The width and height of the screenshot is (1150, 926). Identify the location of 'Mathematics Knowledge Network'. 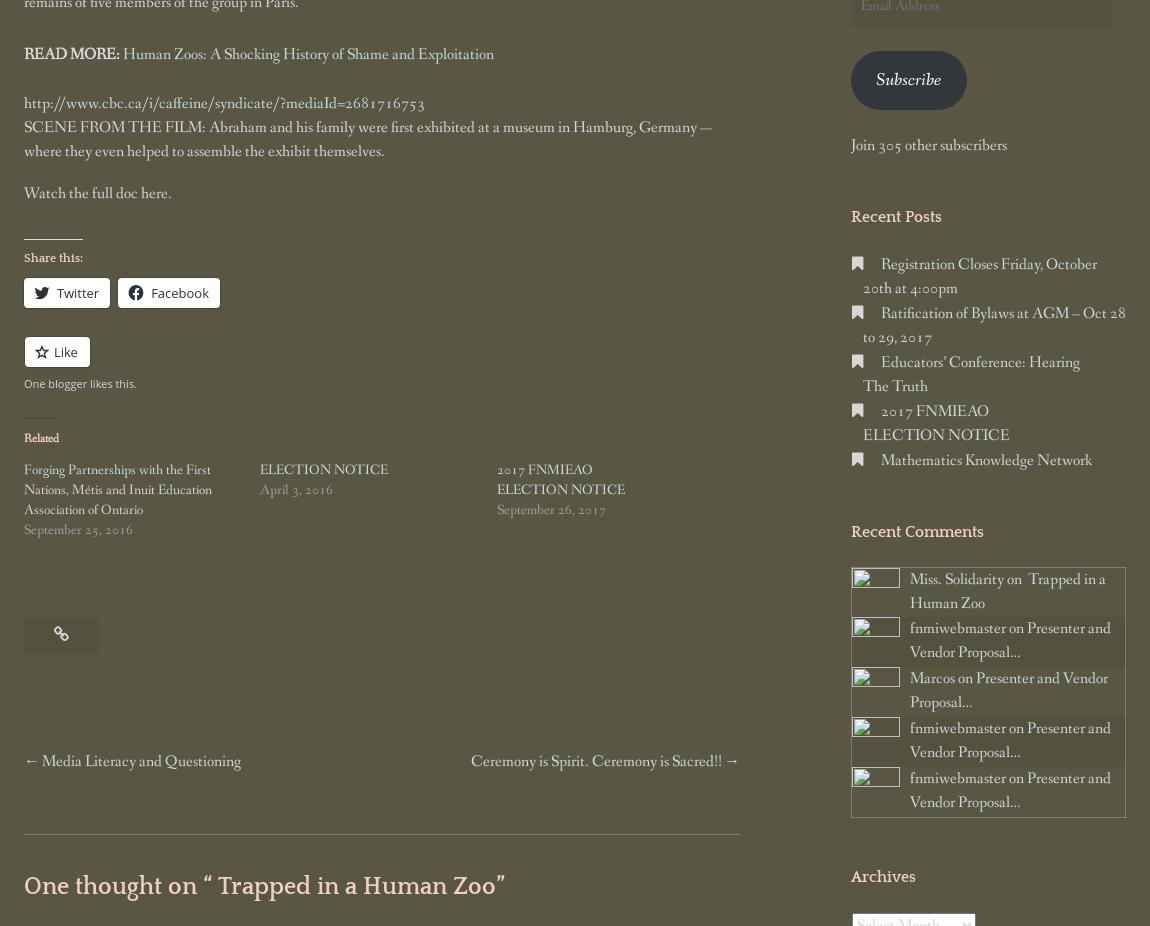
(985, 459).